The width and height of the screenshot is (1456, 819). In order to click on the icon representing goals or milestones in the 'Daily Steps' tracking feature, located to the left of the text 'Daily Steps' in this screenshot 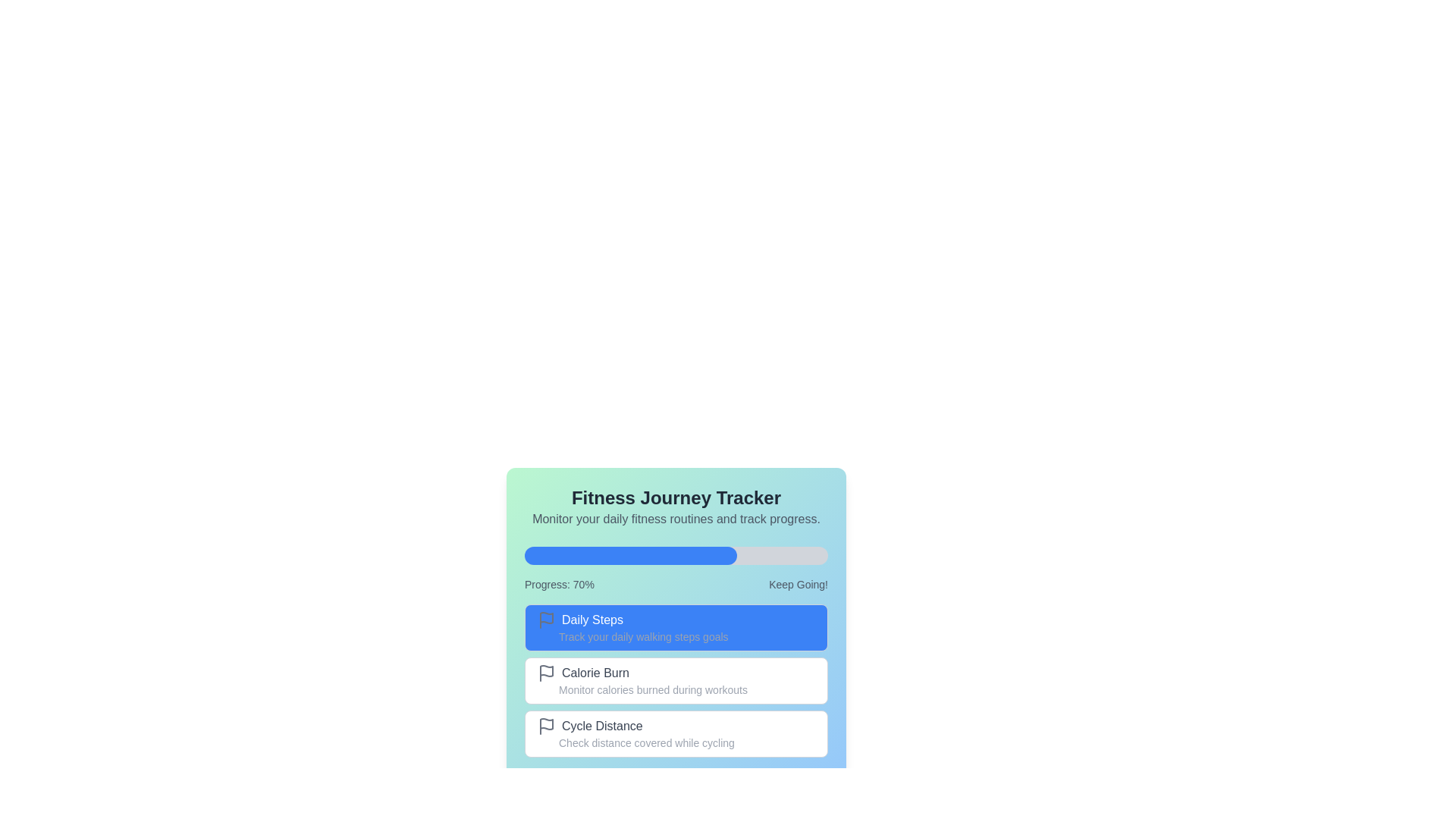, I will do `click(546, 620)`.